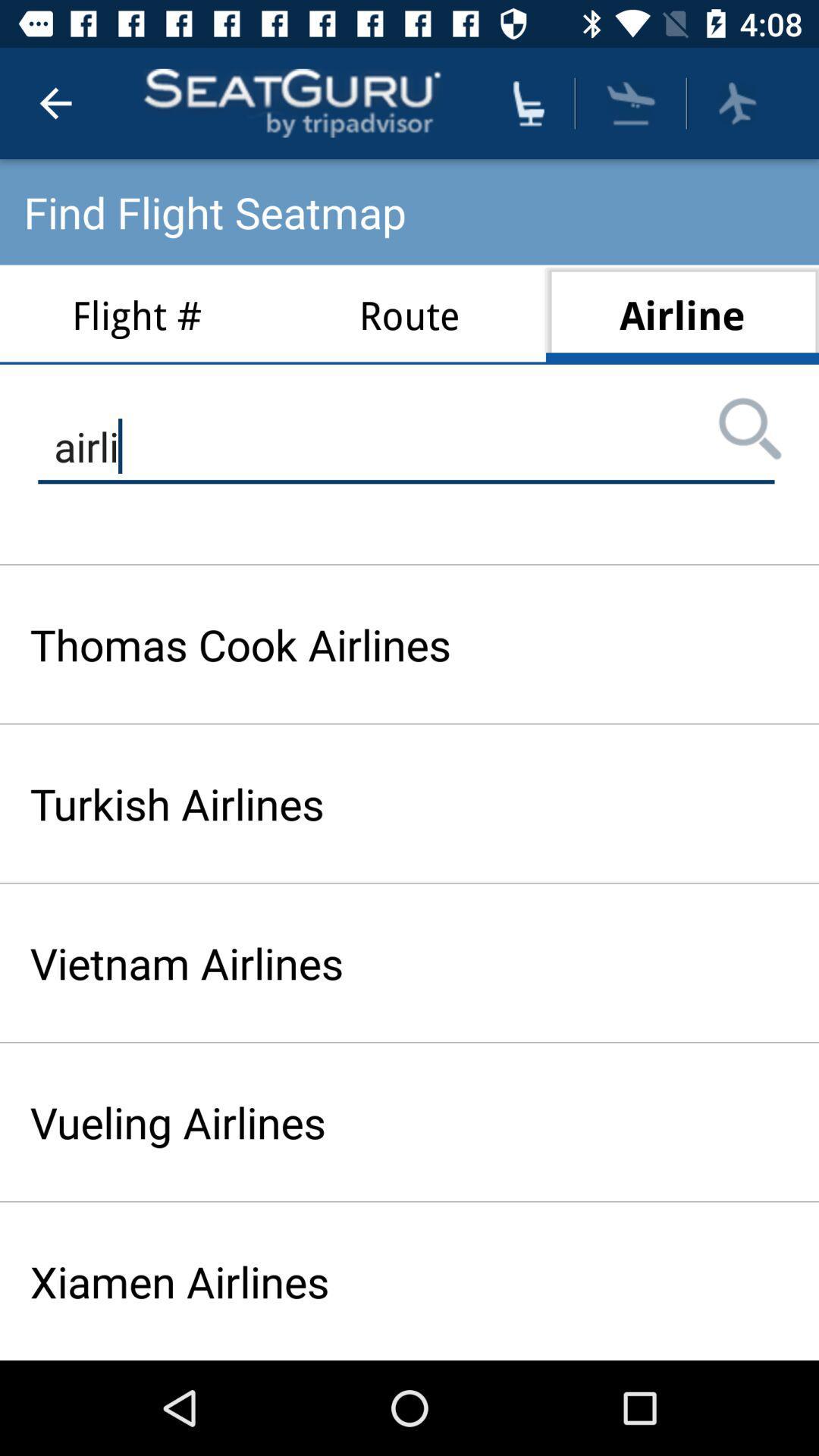  I want to click on seat reservations, so click(528, 102).